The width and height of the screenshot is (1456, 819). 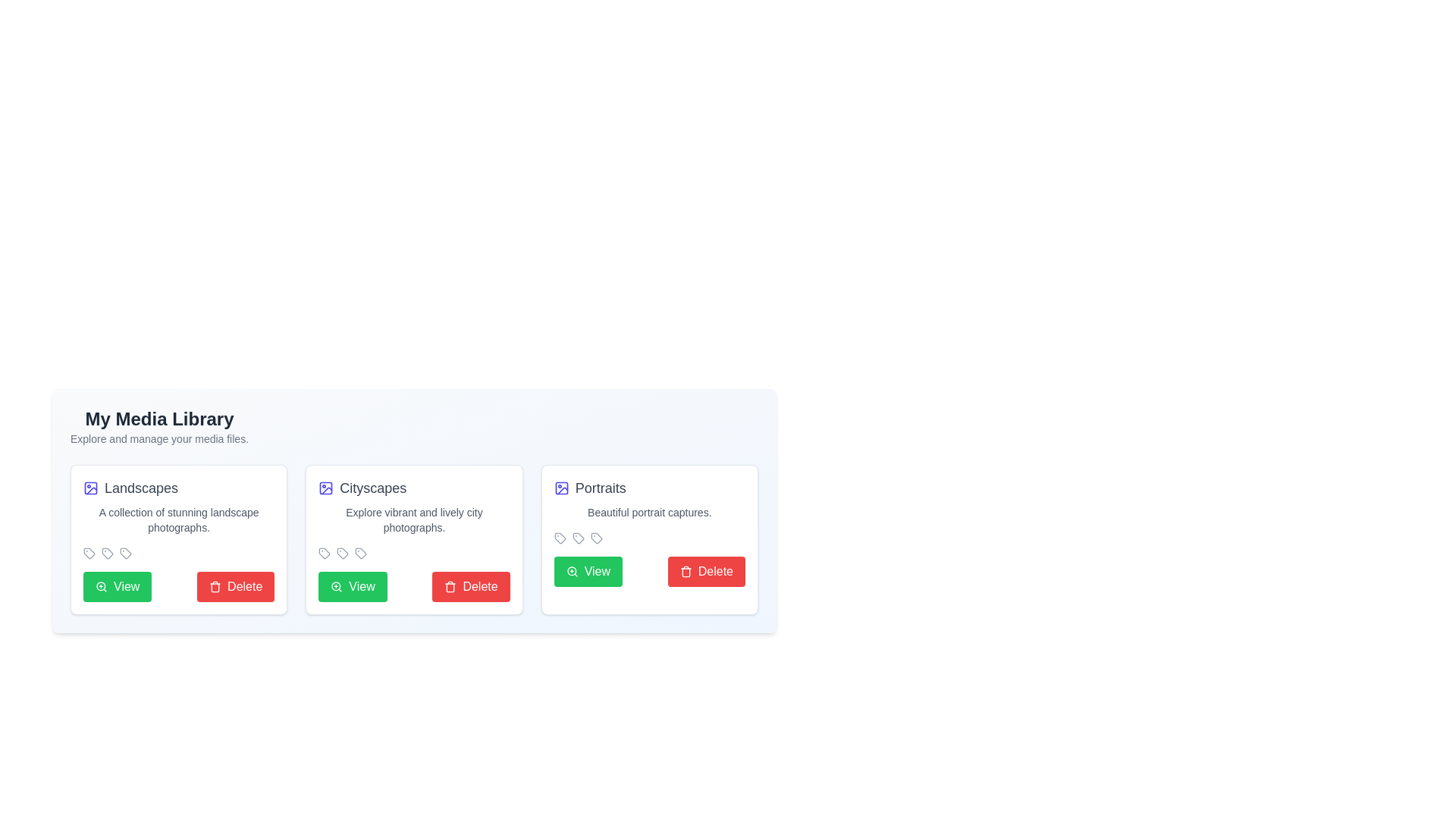 What do you see at coordinates (126, 553) in the screenshot?
I see `the tag-like icon with rounded edges located in the 'Landscapes' card, below the main description text` at bounding box center [126, 553].